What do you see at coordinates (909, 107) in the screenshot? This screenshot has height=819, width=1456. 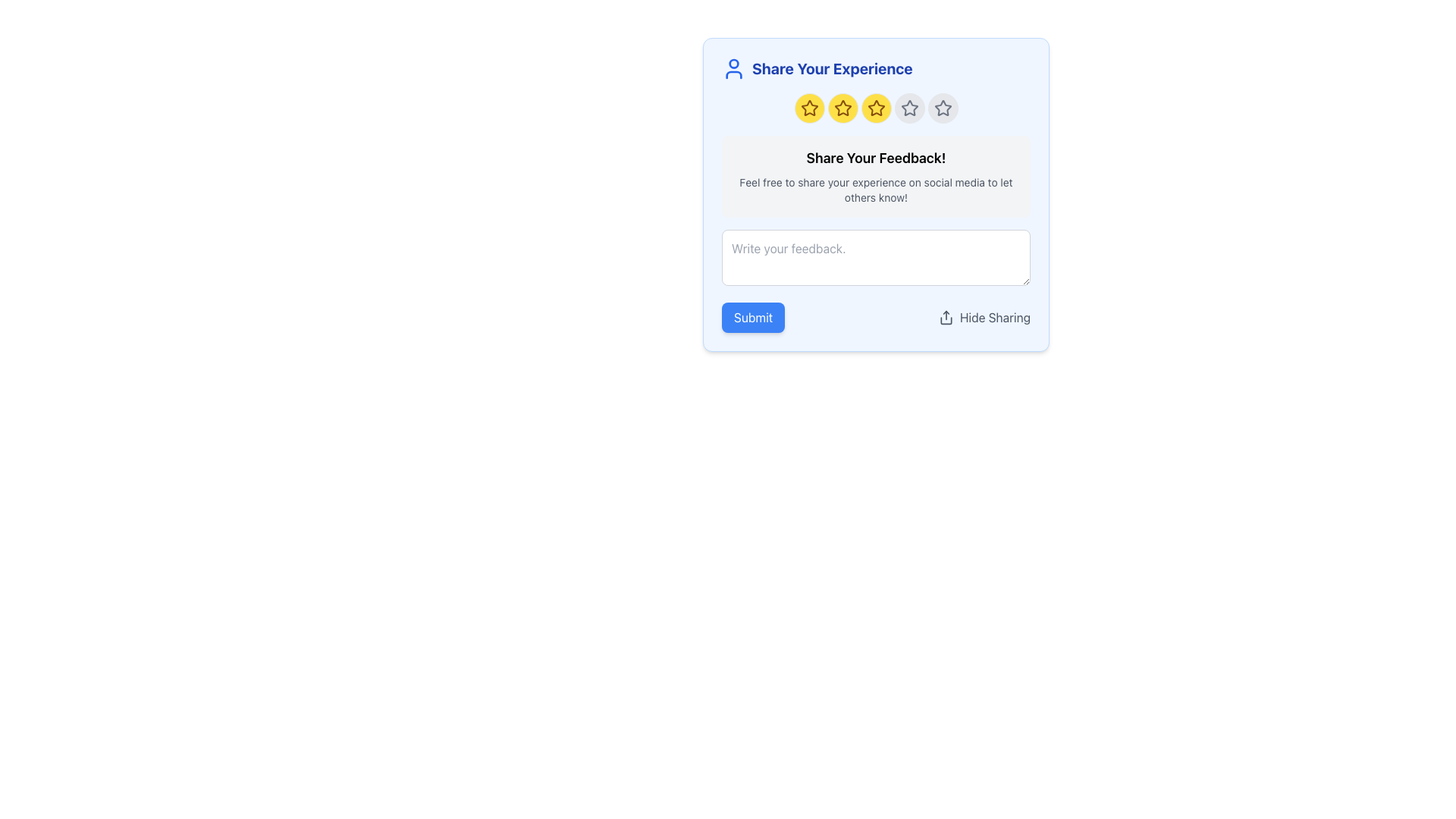 I see `the fourth star button` at bounding box center [909, 107].